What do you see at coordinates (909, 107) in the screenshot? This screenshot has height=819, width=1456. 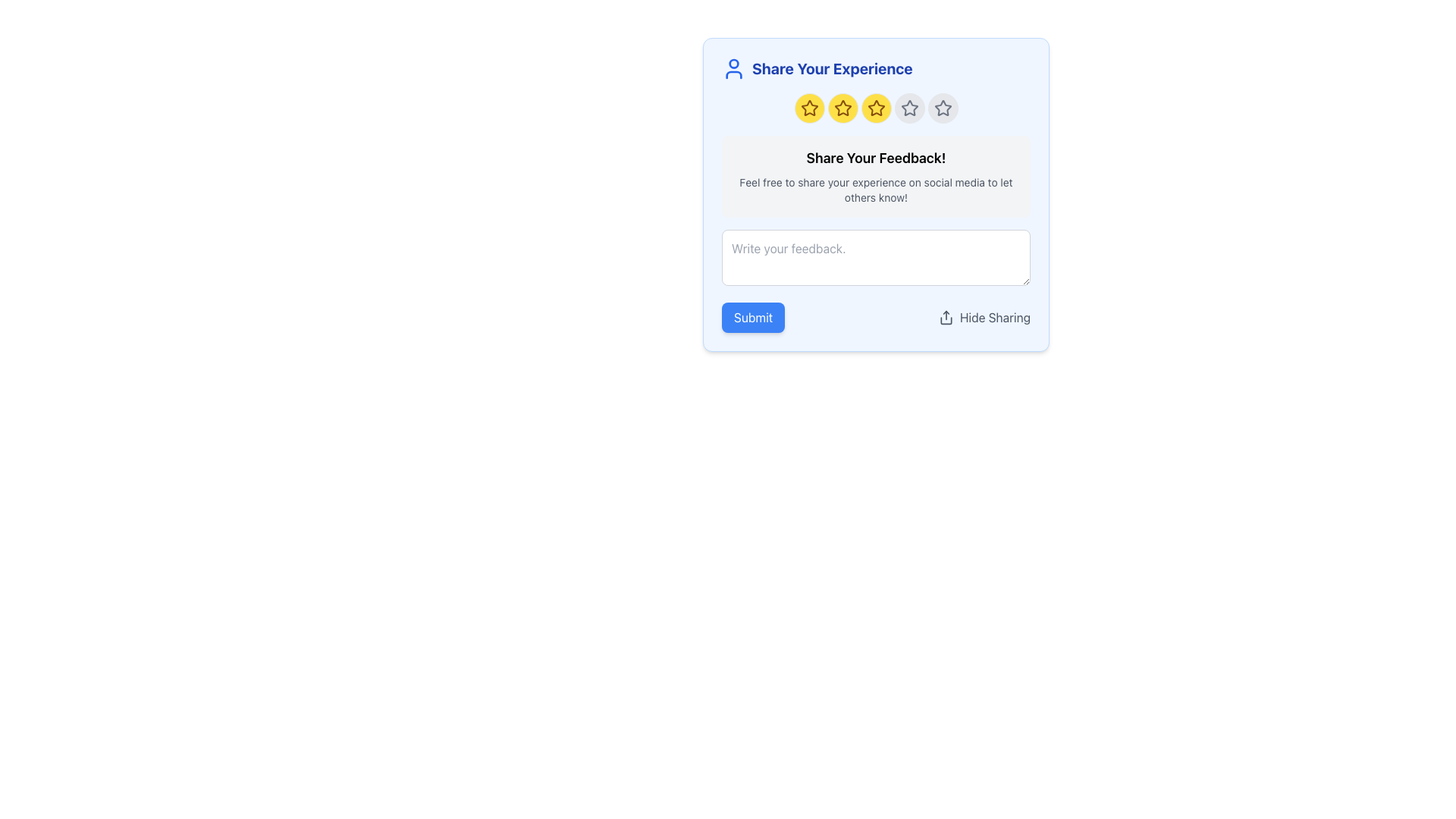 I see `the fourth star button` at bounding box center [909, 107].